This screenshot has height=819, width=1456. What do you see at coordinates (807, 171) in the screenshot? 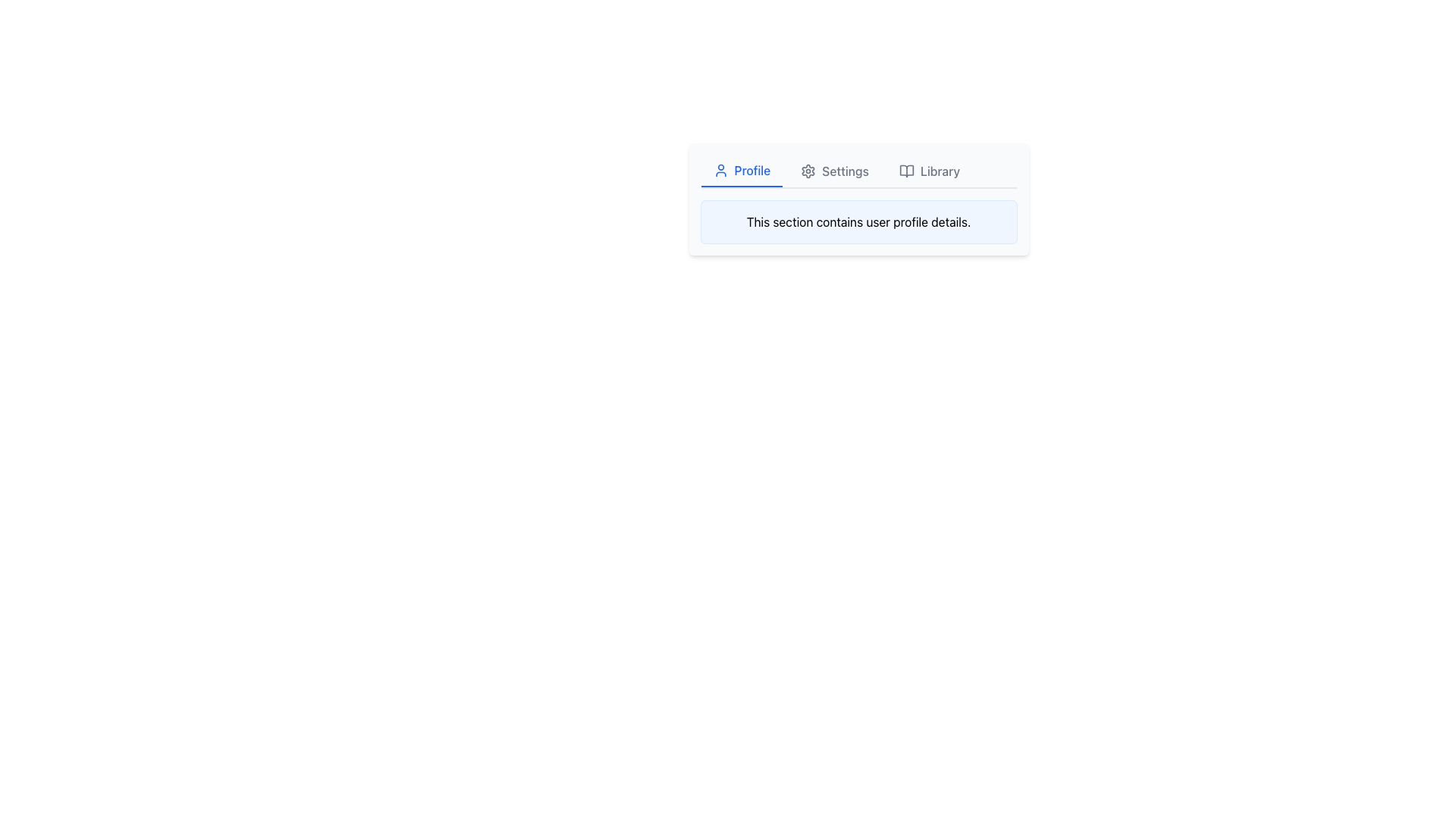
I see `the circular gear icon located to the left of the 'Settings' text in the menu bar` at bounding box center [807, 171].